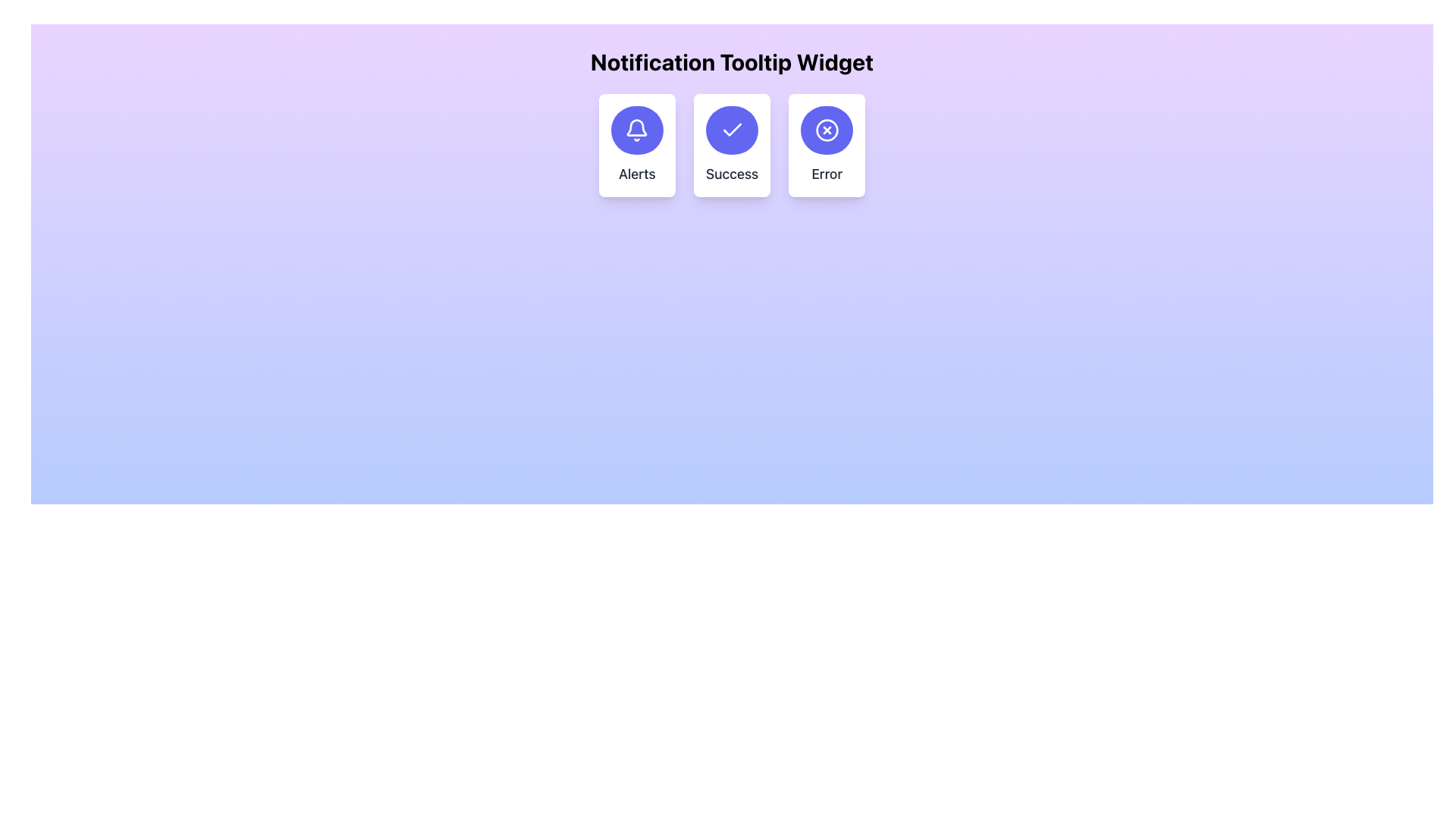 The width and height of the screenshot is (1456, 819). I want to click on the success icon located in the center graphic of three icons below the heading 'Notification Tooltip Widget', which is above the text 'Success', so click(732, 129).